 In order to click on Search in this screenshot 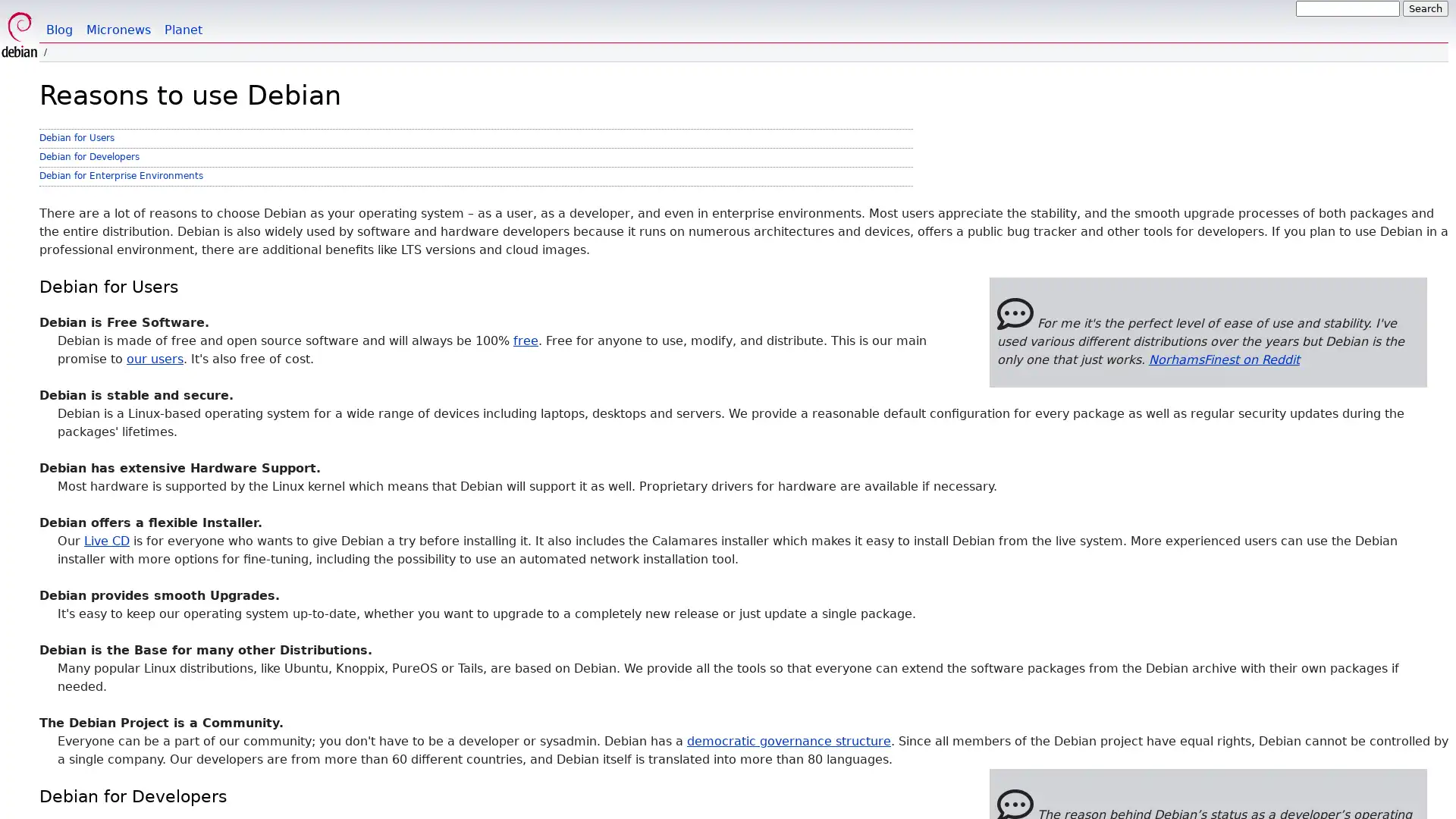, I will do `click(1425, 8)`.